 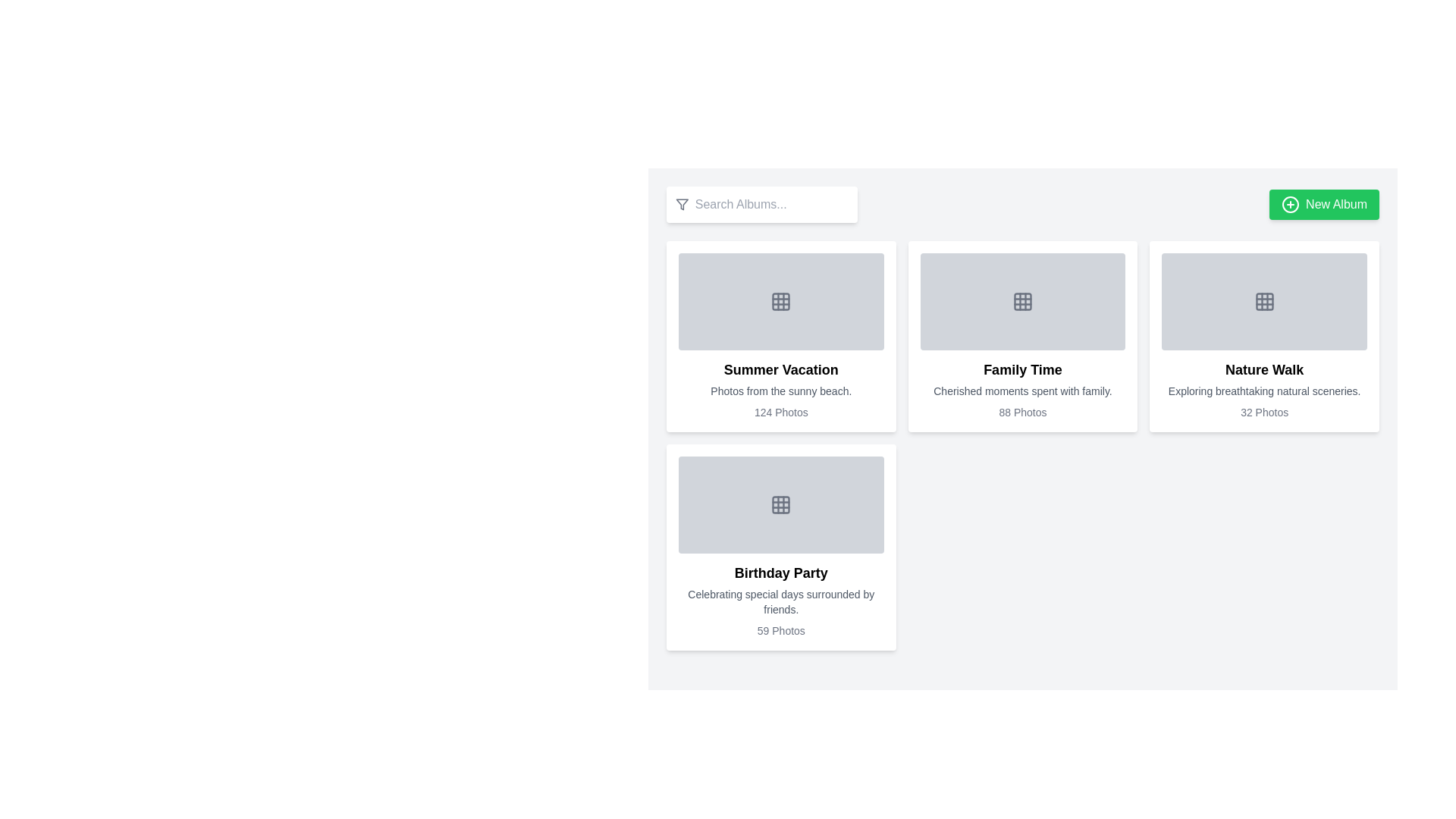 I want to click on the grid view icon representing the album 'Birthday Party', so click(x=781, y=505).